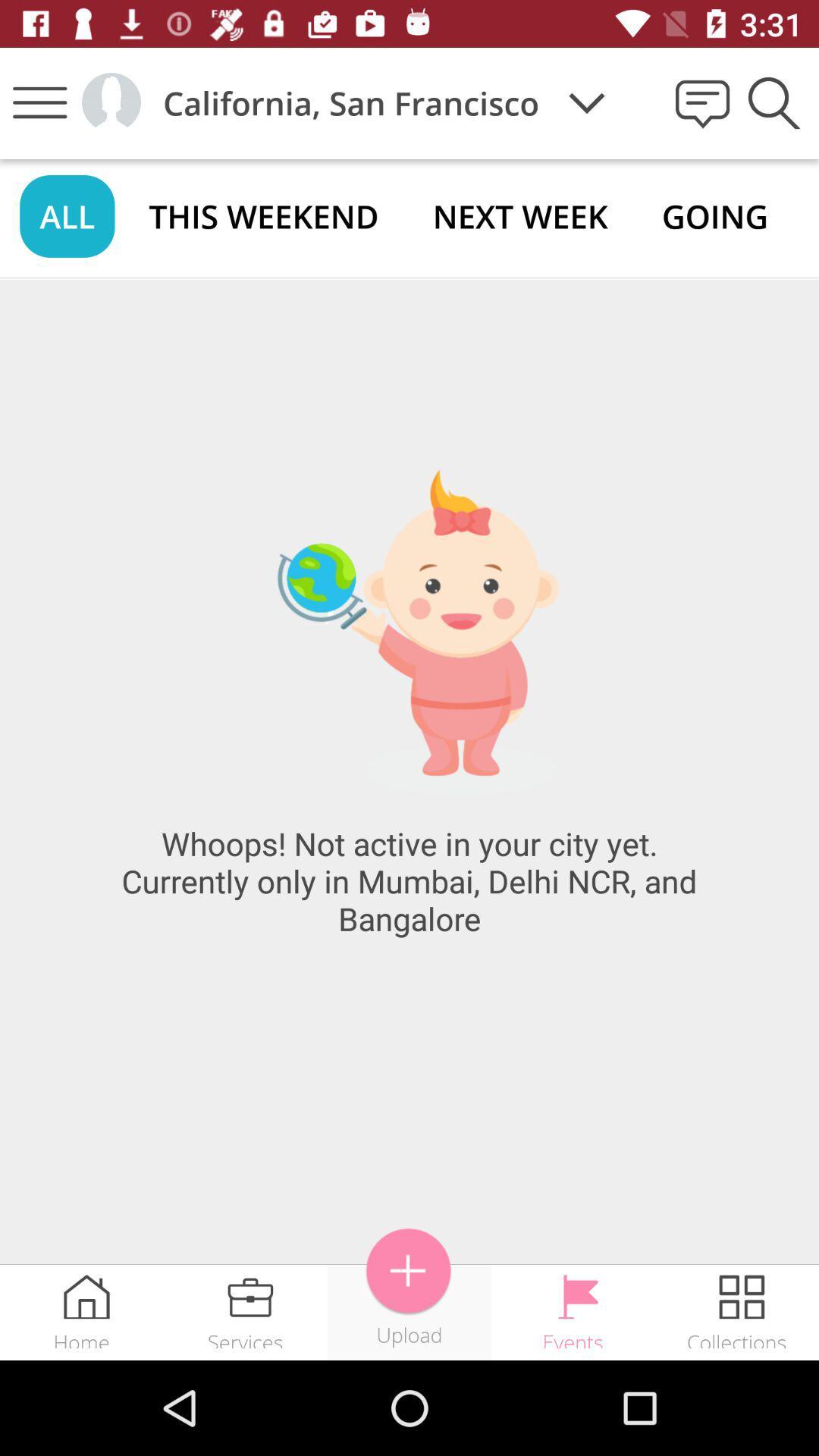  What do you see at coordinates (110, 102) in the screenshot?
I see `your profile picture` at bounding box center [110, 102].